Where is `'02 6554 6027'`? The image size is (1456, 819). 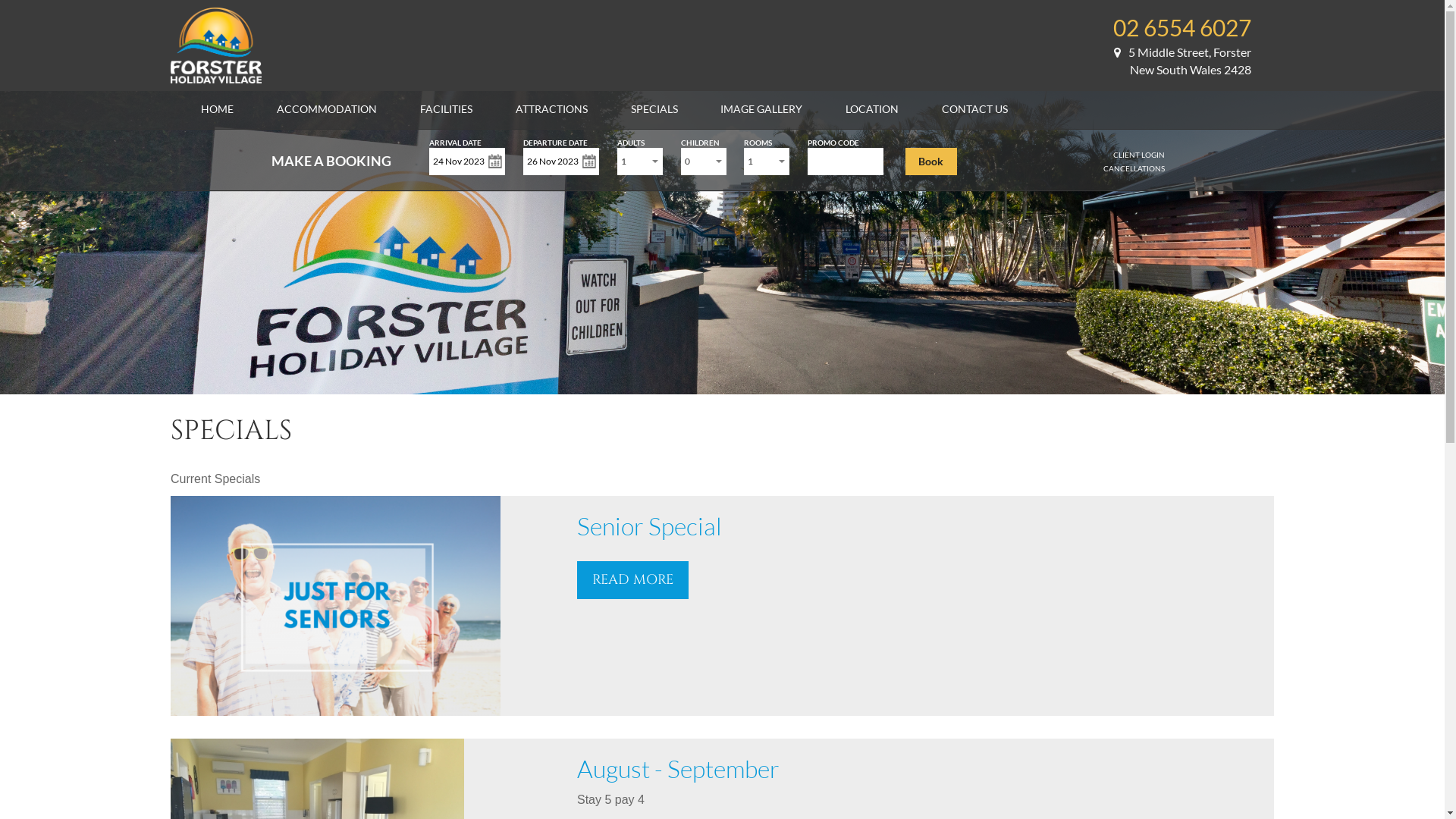
'02 6554 6027' is located at coordinates (1113, 27).